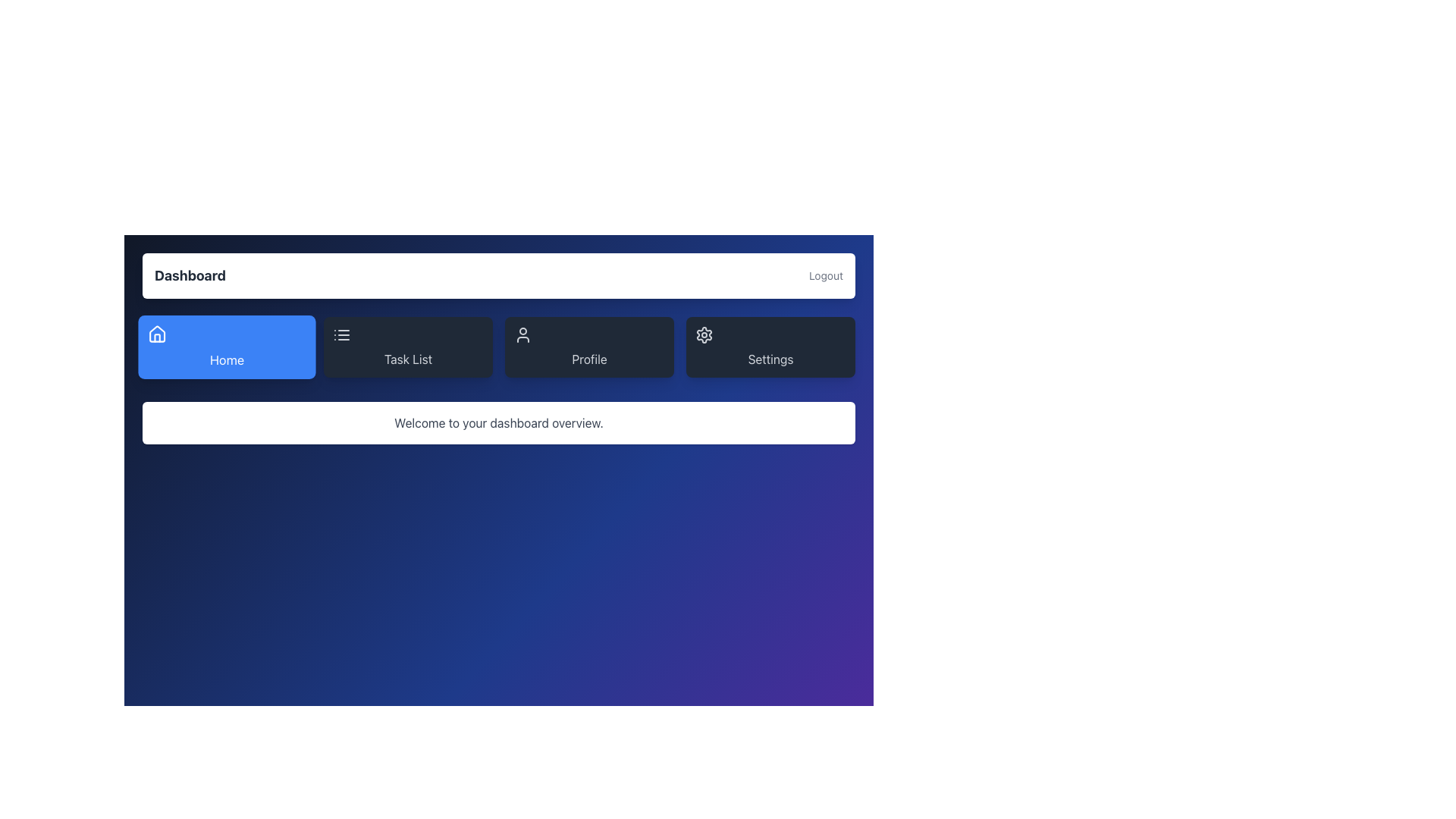 The image size is (1456, 819). Describe the element at coordinates (704, 334) in the screenshot. I see `the gear-shaped icon located at the right most side of the horizontal navigation menu` at that location.